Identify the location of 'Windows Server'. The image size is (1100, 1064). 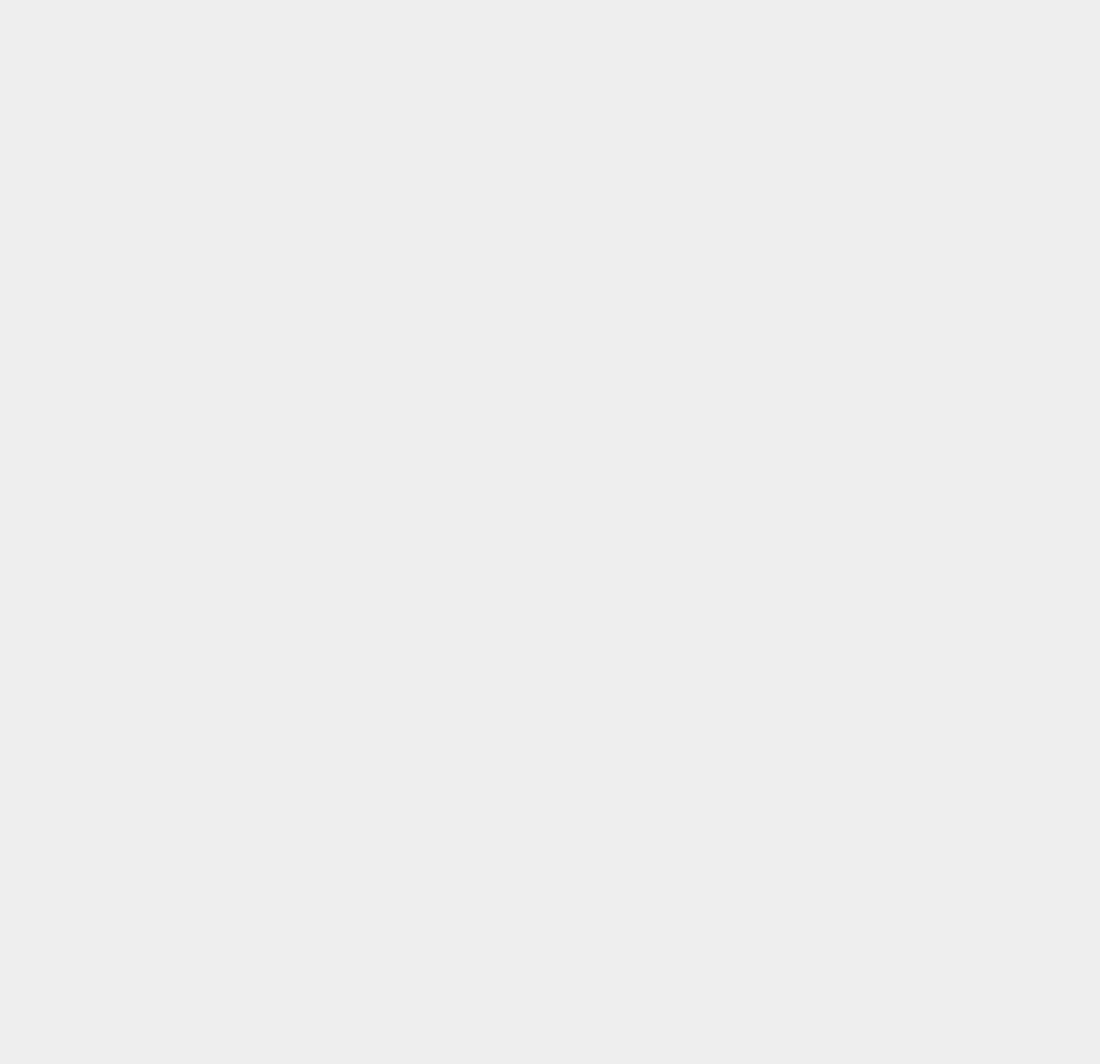
(826, 954).